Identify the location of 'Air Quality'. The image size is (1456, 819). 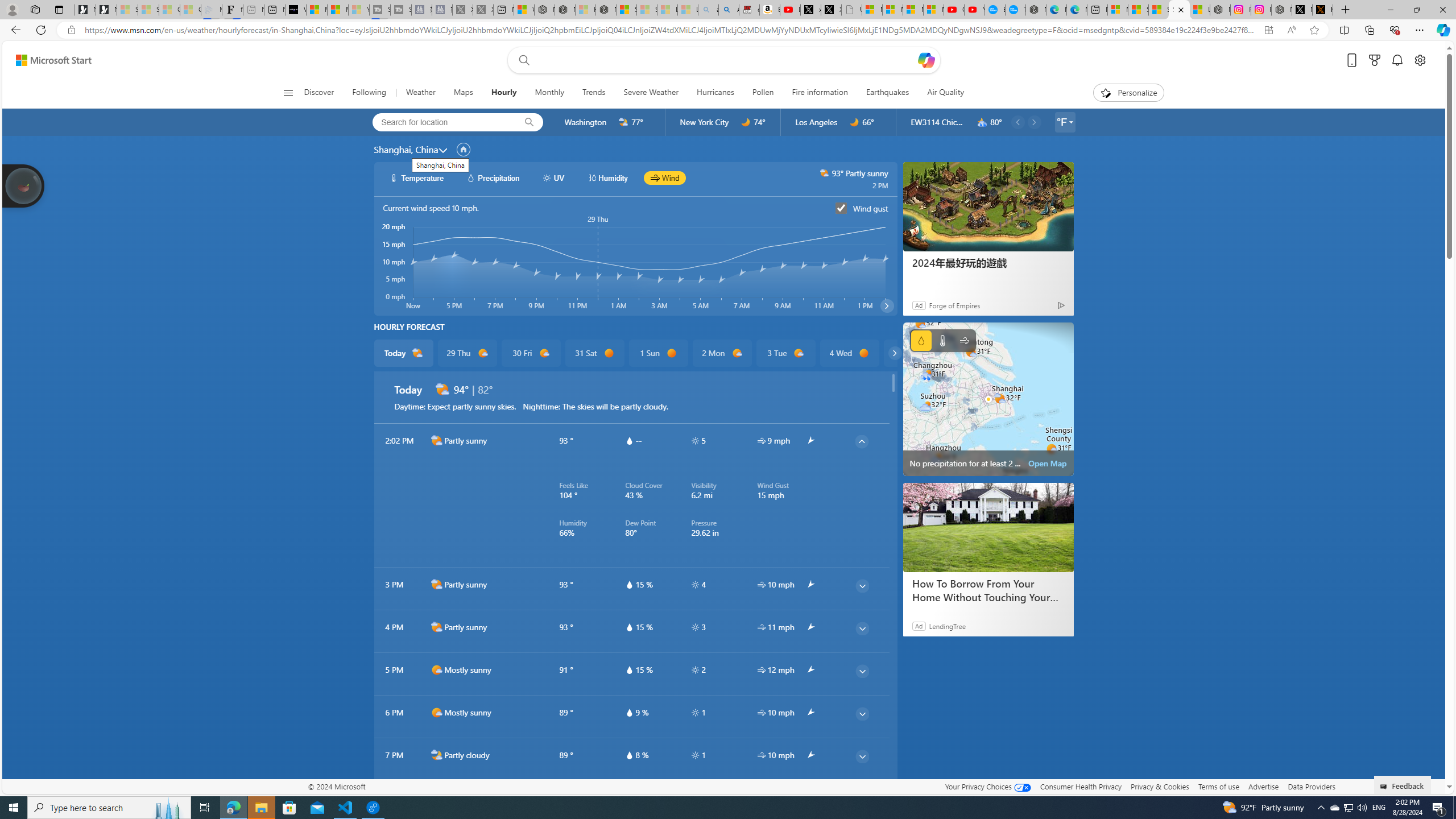
(945, 92).